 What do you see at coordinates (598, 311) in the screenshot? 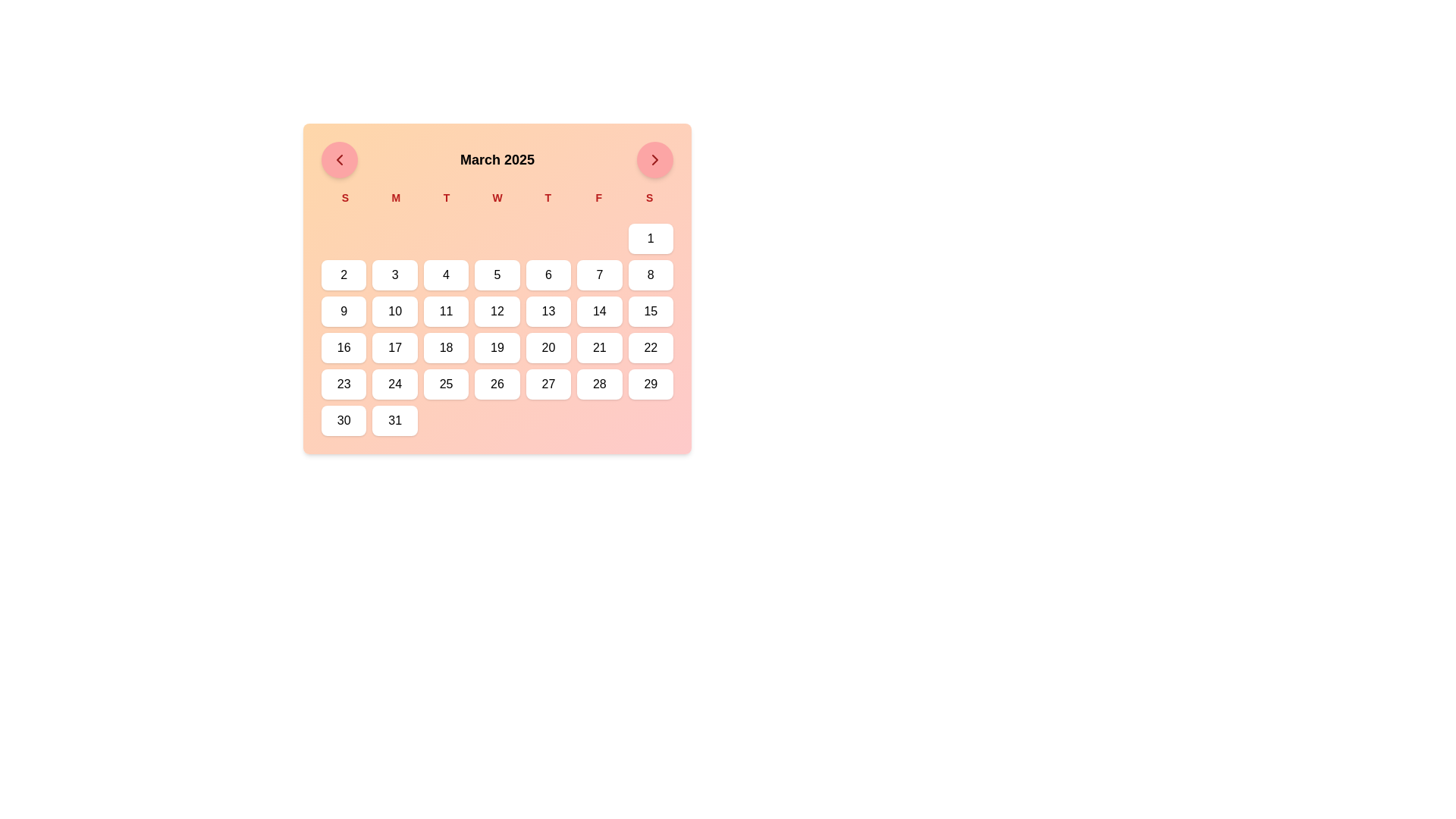
I see `the button representing the 14th day of March within the calendar interface to navigate` at bounding box center [598, 311].